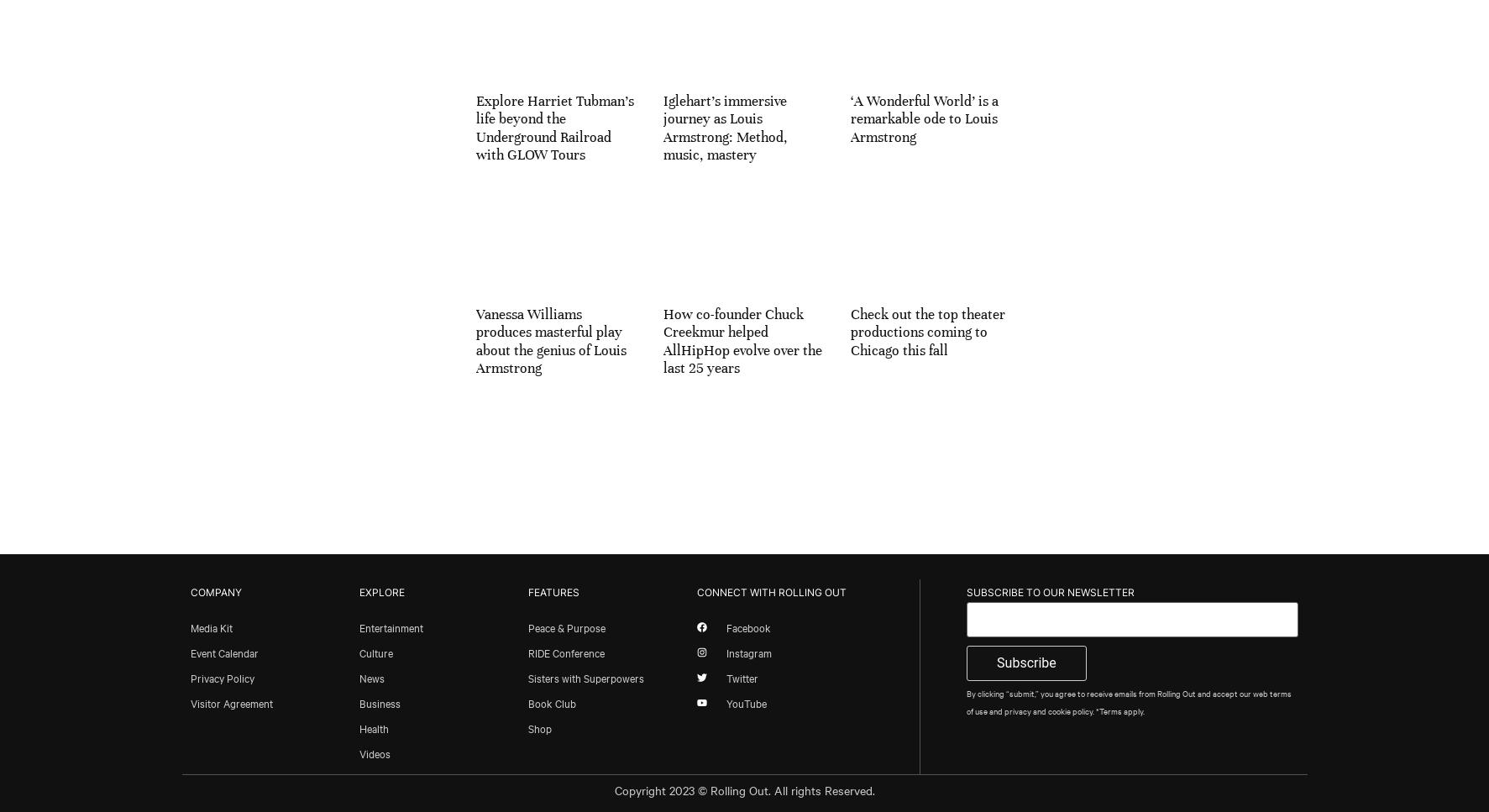  I want to click on 'Subscribe', so click(1025, 661).